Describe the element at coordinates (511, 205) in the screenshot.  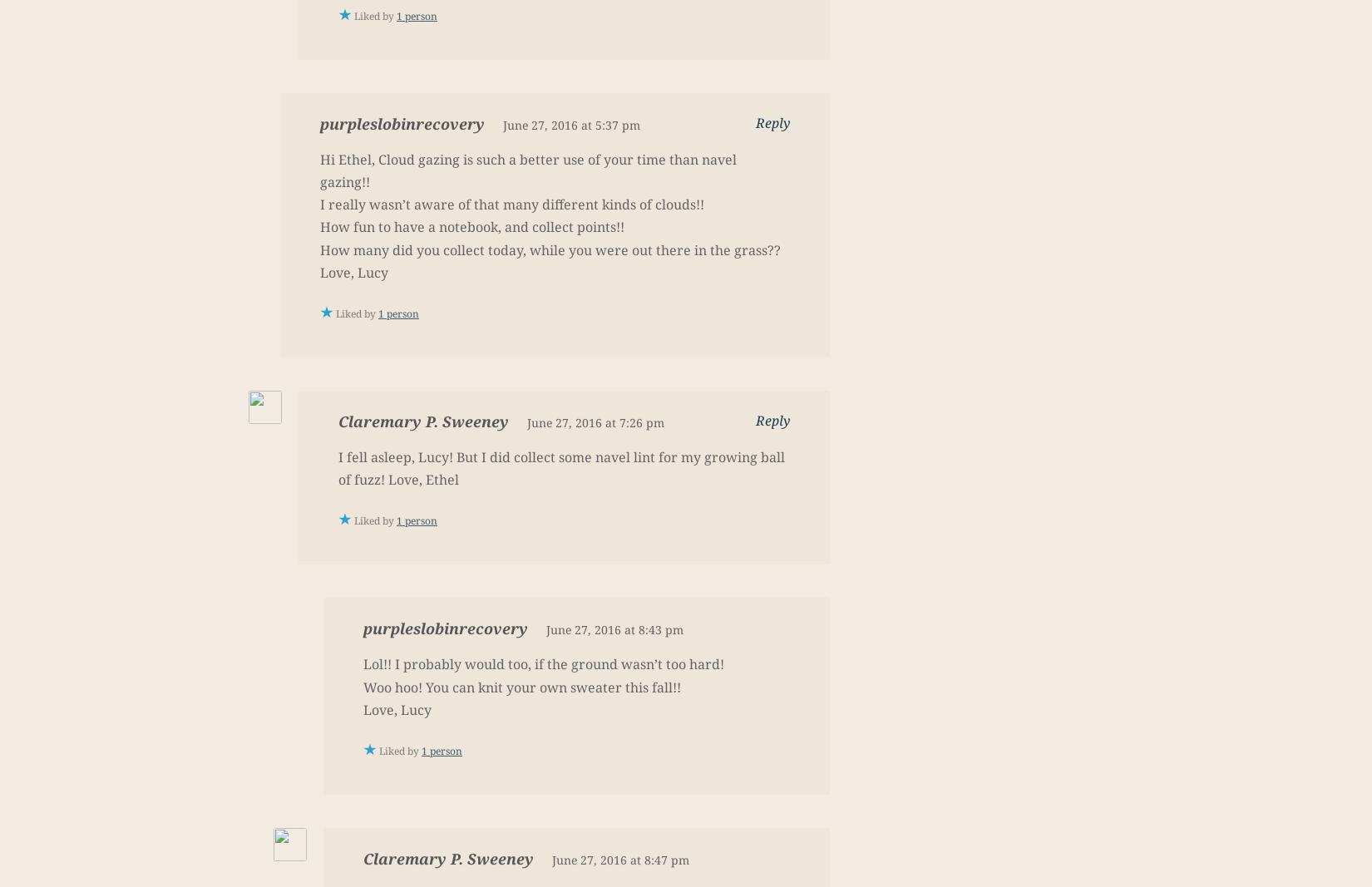
I see `'I really wasn’t aware of that many different kinds of clouds!!'` at that location.